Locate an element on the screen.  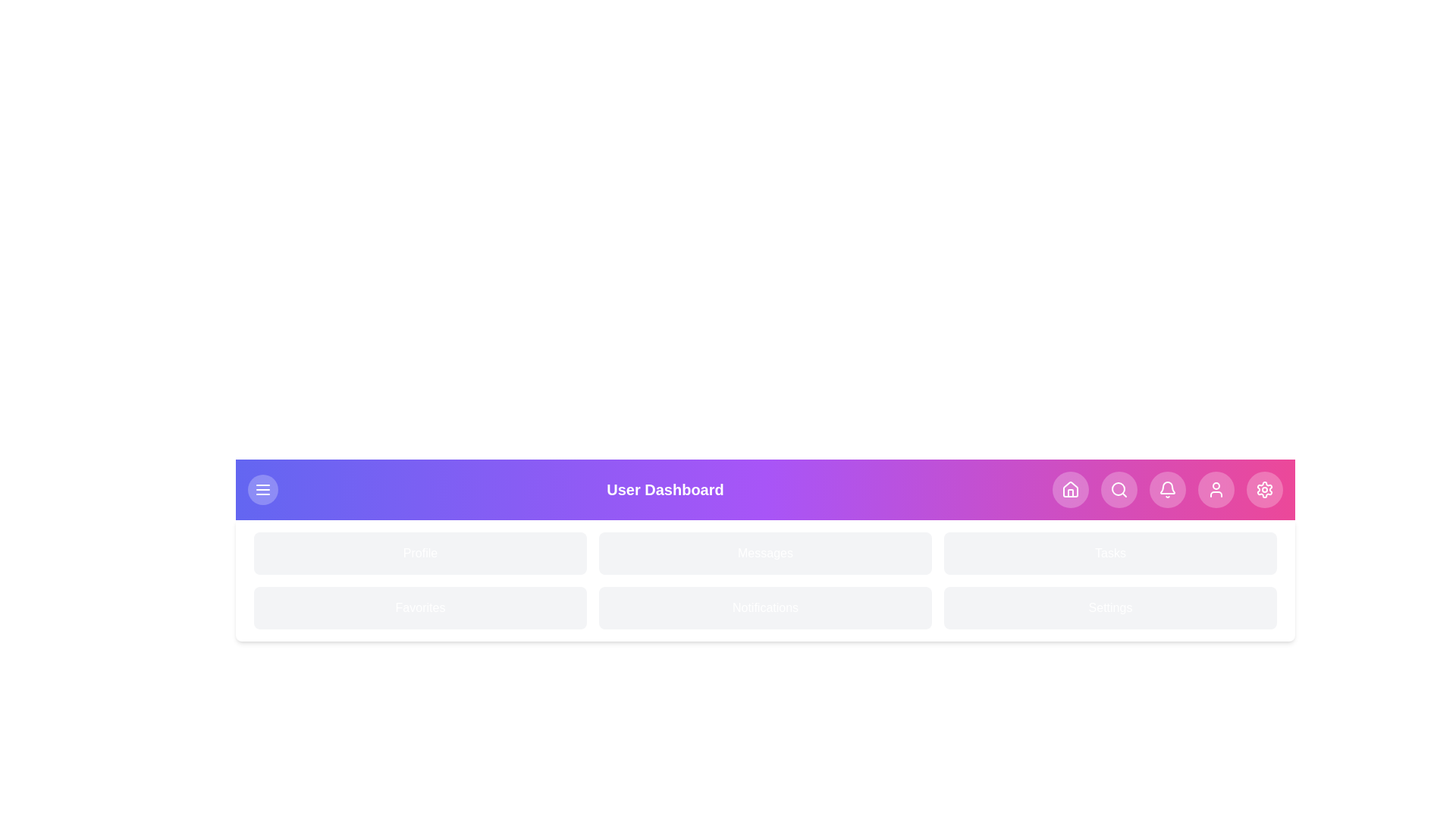
the navigation button corresponding to Home is located at coordinates (1069, 489).